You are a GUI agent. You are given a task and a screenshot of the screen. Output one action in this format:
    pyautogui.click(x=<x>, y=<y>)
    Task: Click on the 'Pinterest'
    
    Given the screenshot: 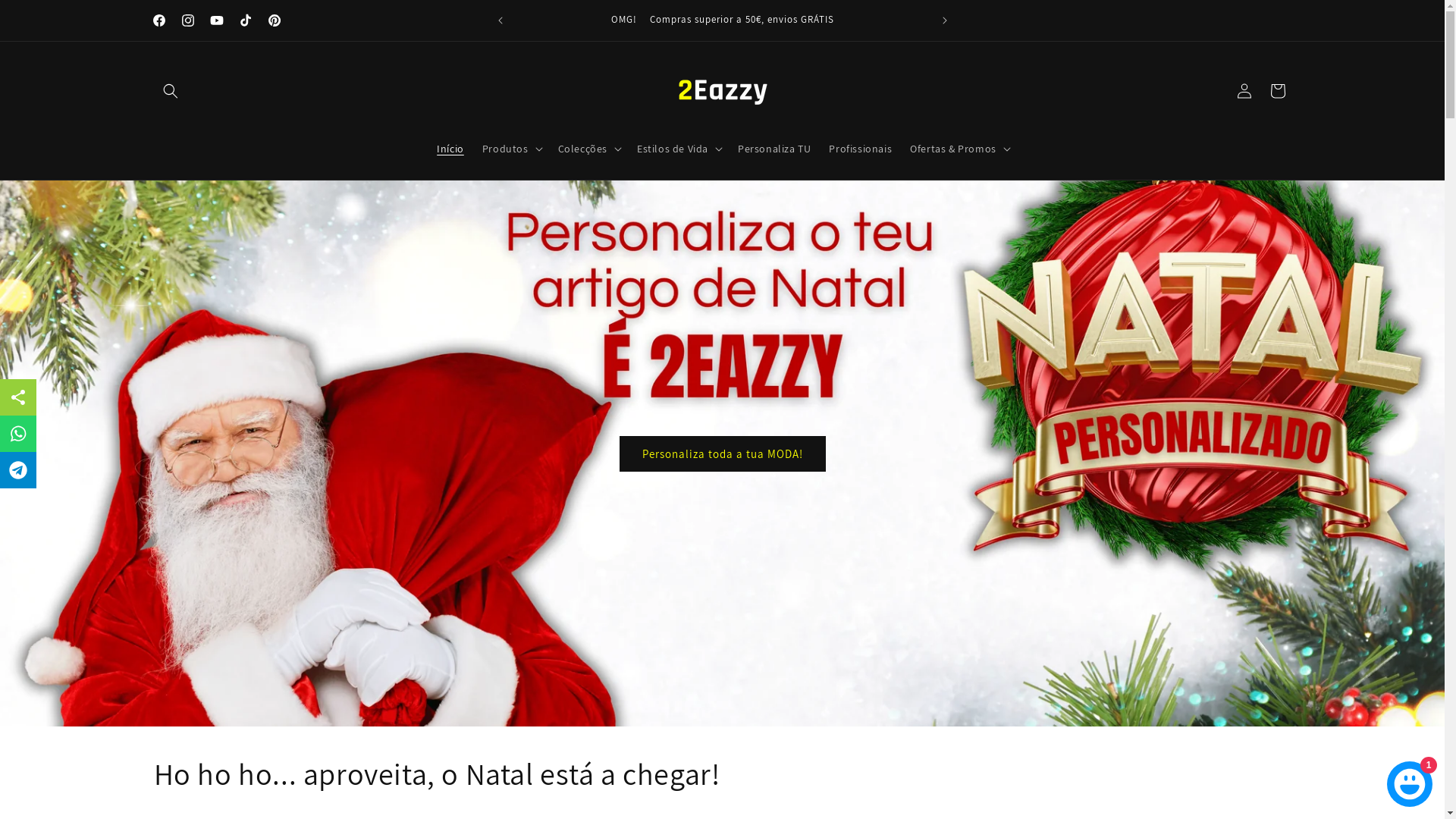 What is the action you would take?
    pyautogui.click(x=259, y=20)
    